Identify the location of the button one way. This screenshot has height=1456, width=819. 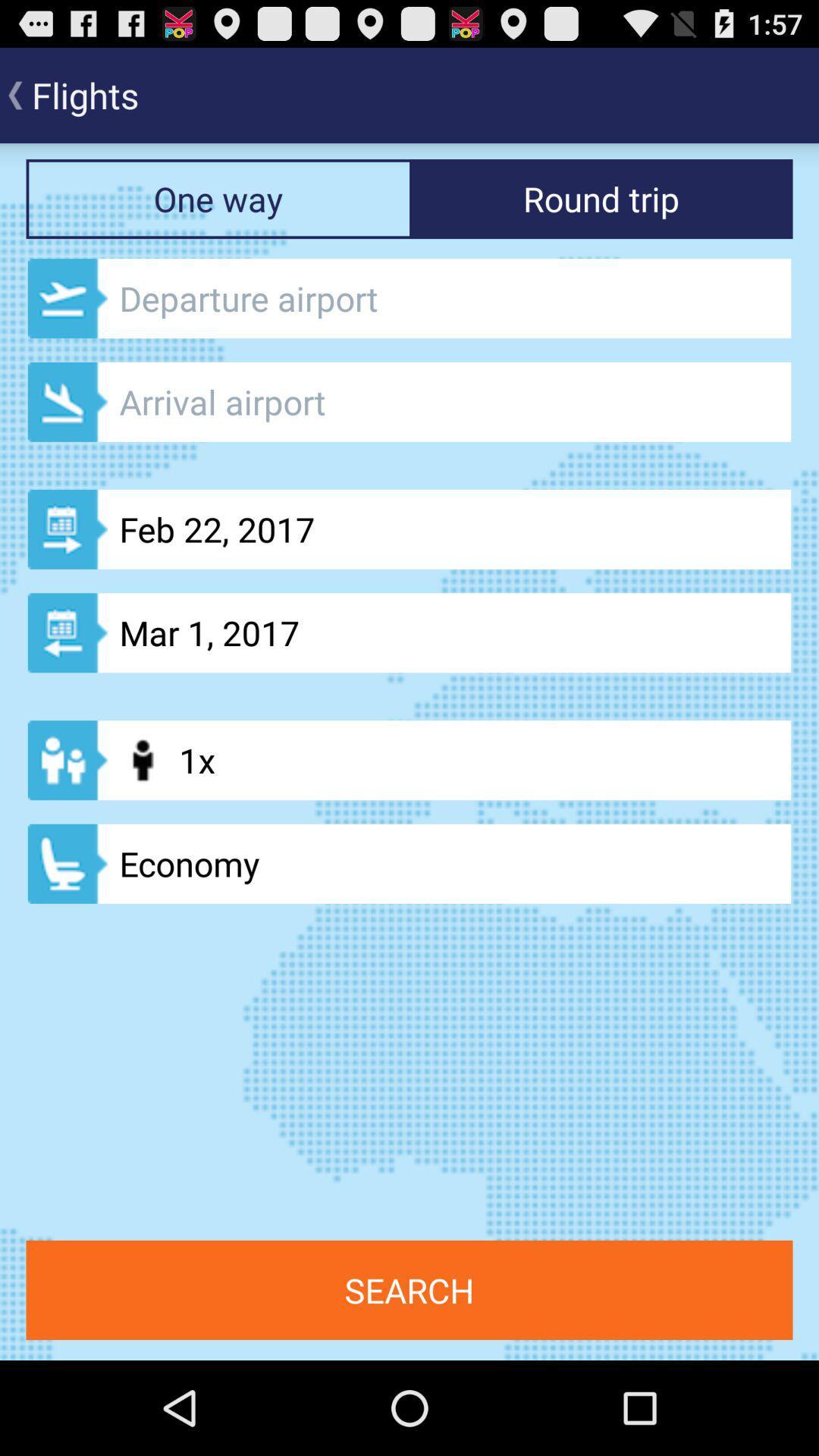
(218, 198).